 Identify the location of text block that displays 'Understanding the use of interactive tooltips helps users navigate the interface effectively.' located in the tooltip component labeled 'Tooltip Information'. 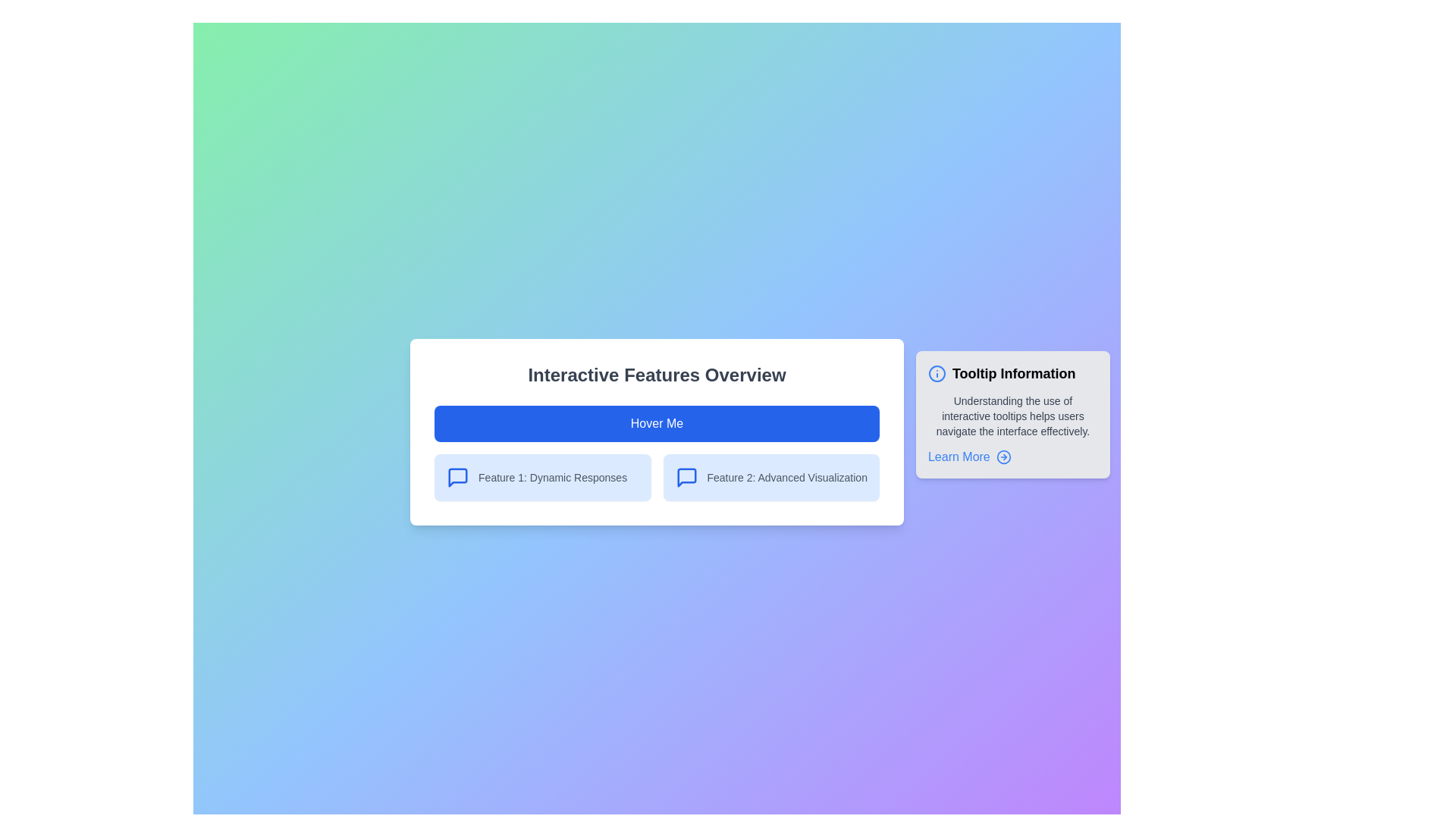
(1012, 416).